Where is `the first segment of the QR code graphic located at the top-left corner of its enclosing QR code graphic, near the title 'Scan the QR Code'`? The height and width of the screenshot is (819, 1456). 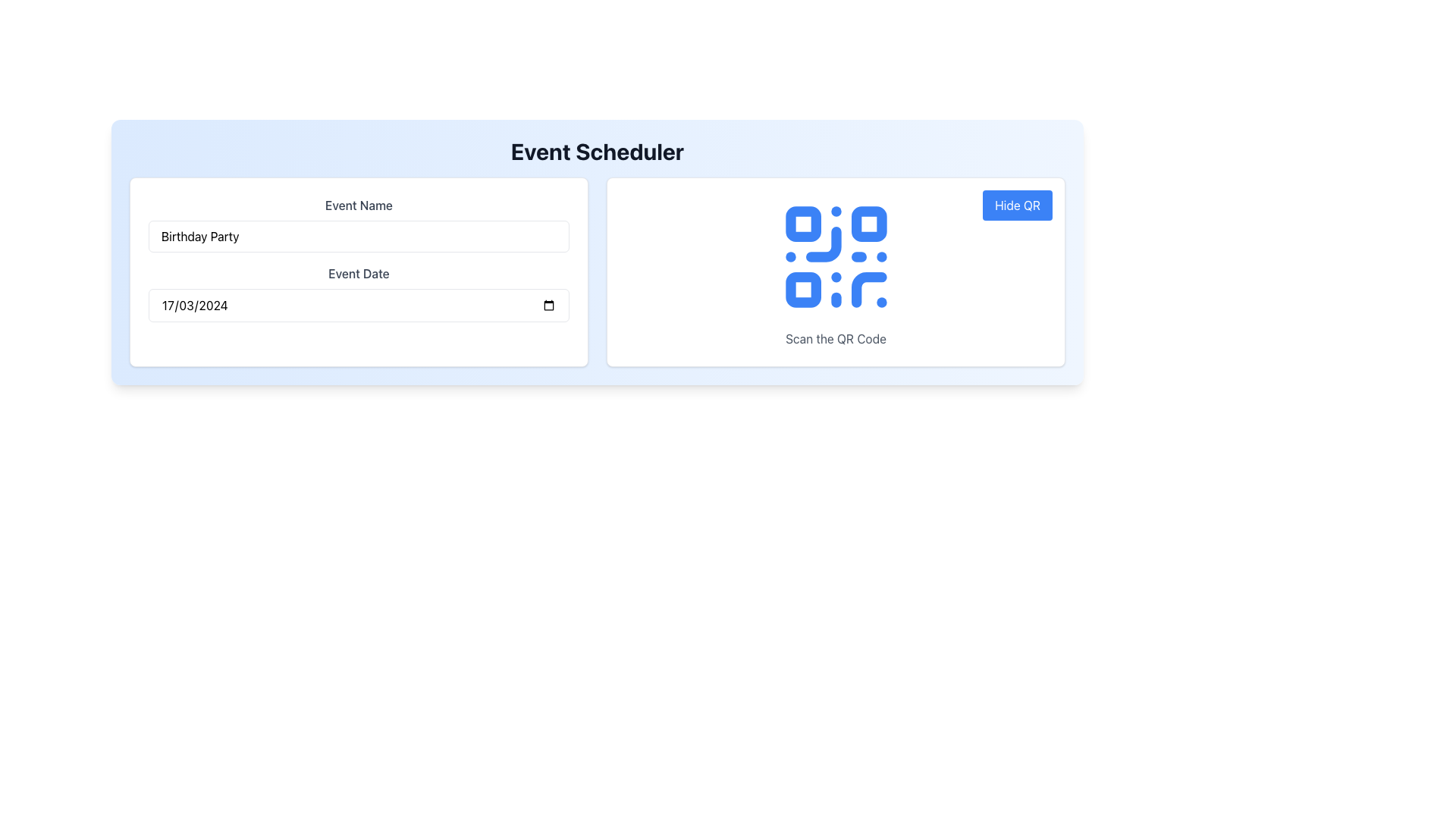
the first segment of the QR code graphic located at the top-left corner of its enclosing QR code graphic, near the title 'Scan the QR Code' is located at coordinates (802, 224).